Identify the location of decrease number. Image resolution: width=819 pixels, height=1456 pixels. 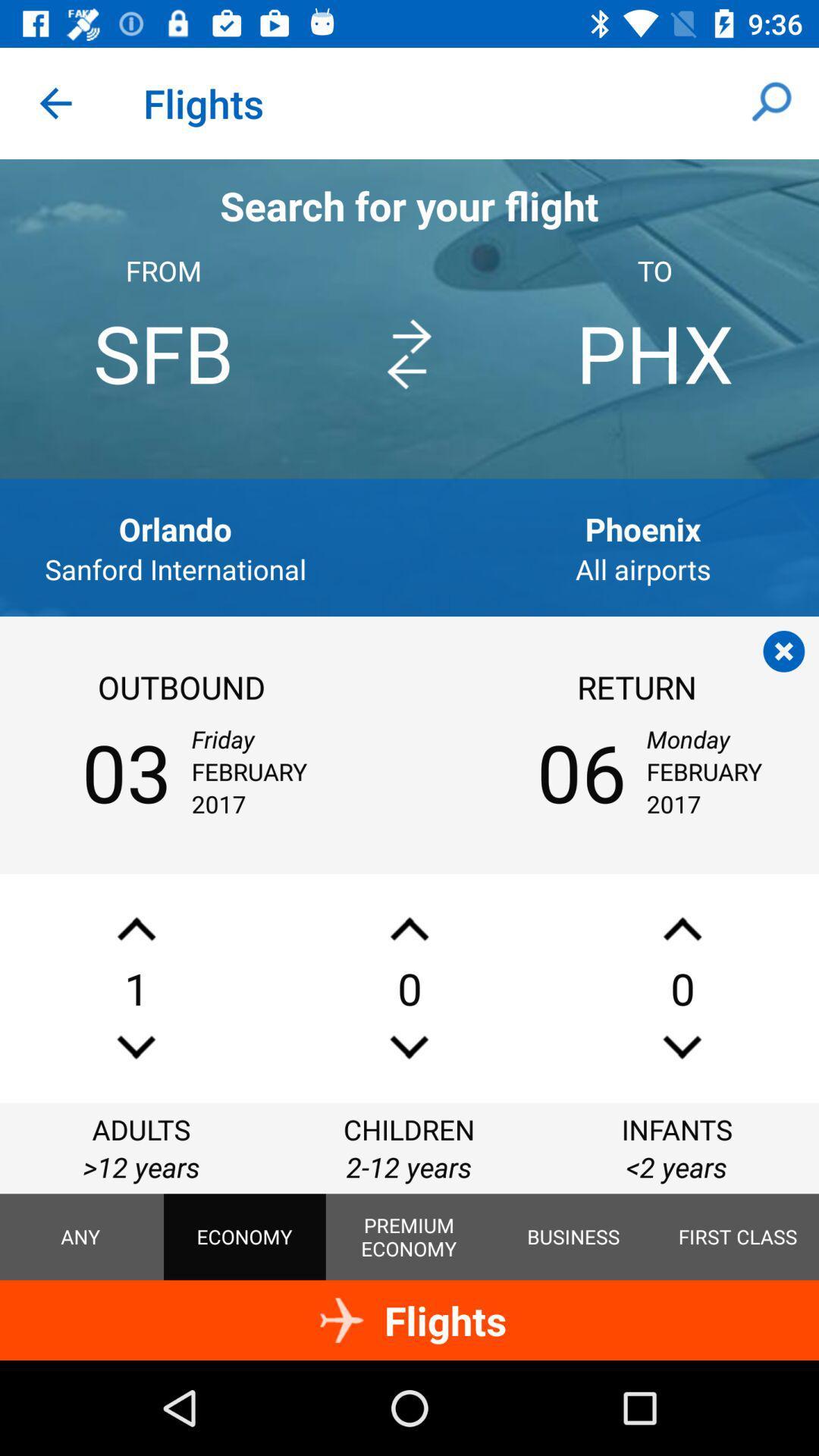
(136, 1046).